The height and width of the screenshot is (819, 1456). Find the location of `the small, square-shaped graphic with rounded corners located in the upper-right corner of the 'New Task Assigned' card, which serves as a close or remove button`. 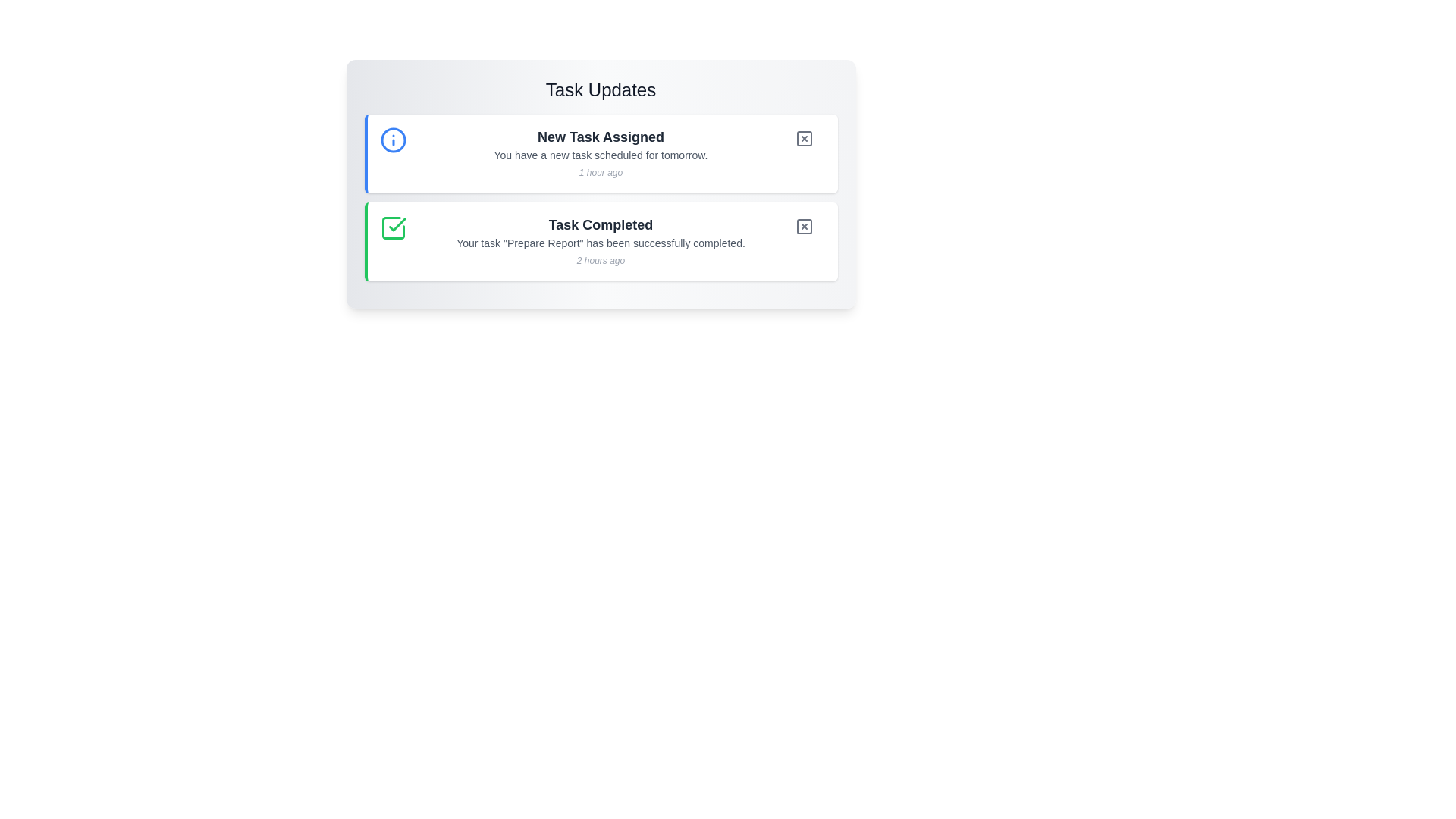

the small, square-shaped graphic with rounded corners located in the upper-right corner of the 'New Task Assigned' card, which serves as a close or remove button is located at coordinates (803, 138).